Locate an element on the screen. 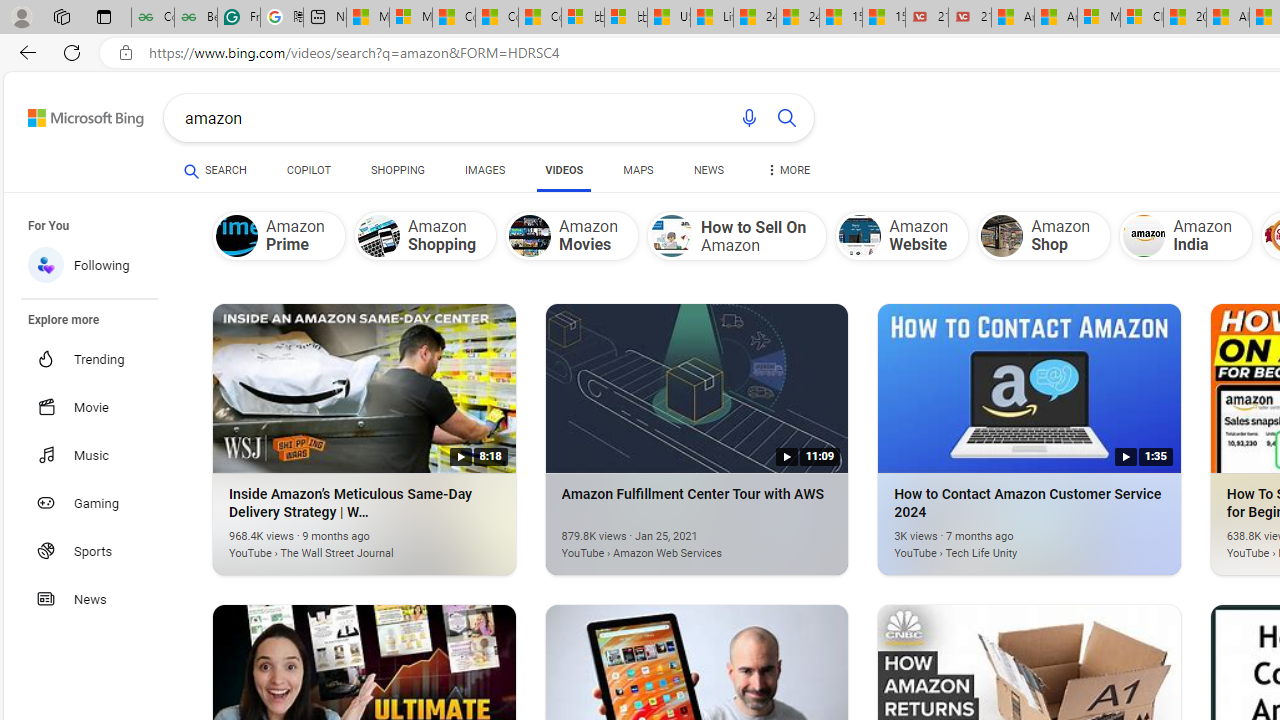 Image resolution: width=1280 pixels, height=720 pixels. '15 Ways Modern Life Contradicts the Teachings of Jesus' is located at coordinates (882, 17).